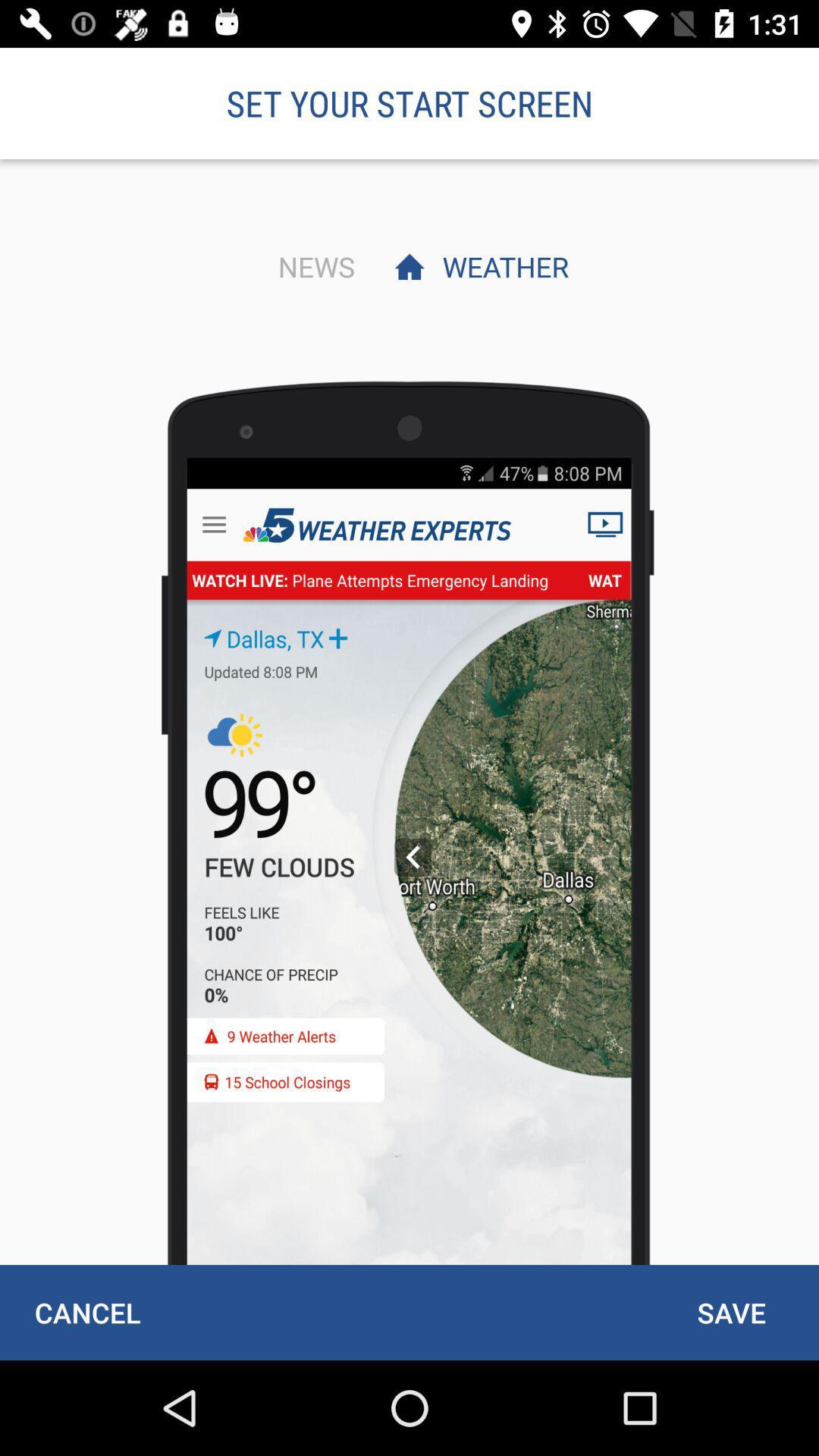  I want to click on the icon below set your start item, so click(501, 266).